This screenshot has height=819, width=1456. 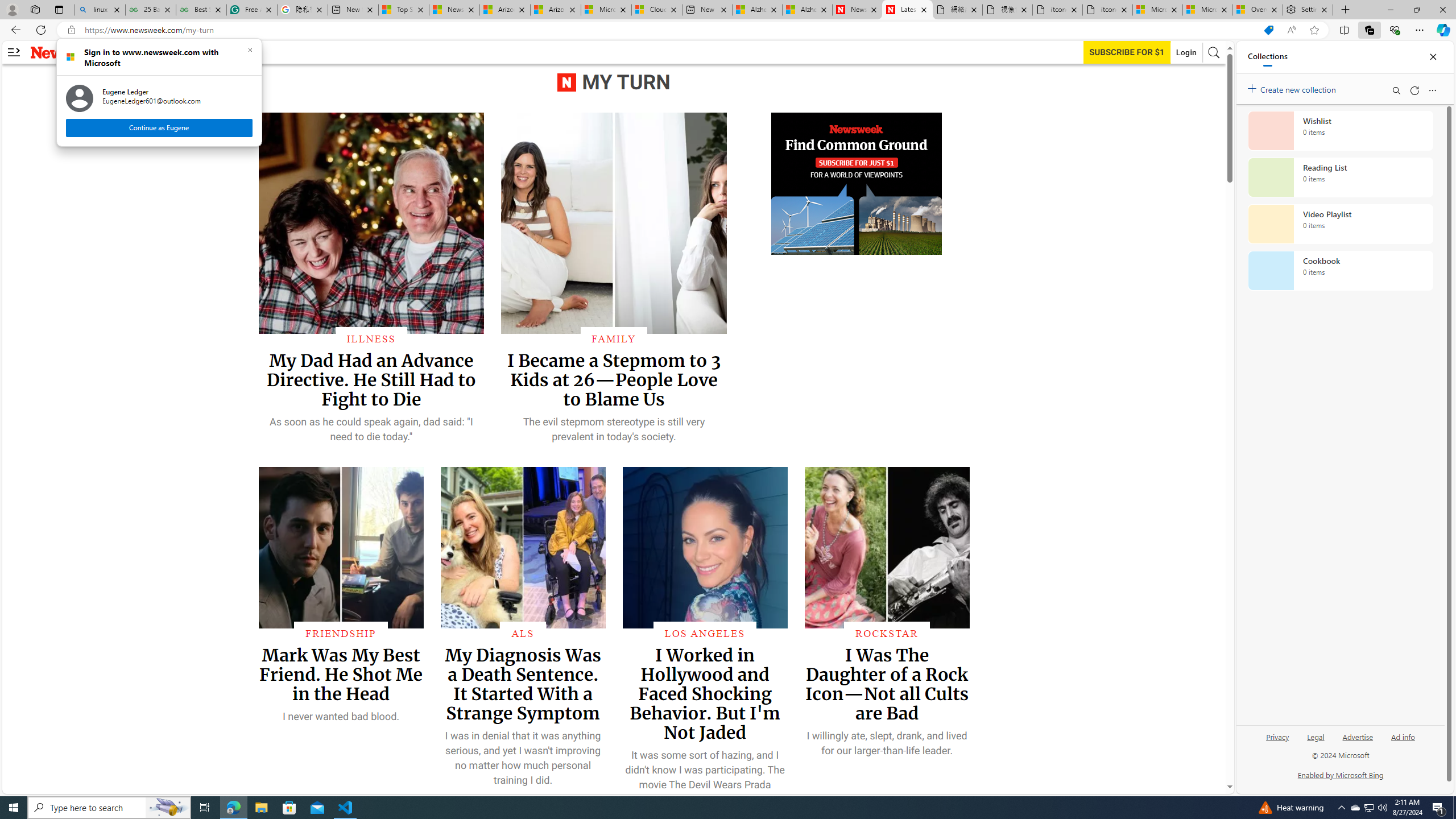 What do you see at coordinates (14, 52) in the screenshot?
I see `'AutomationID: side-arrow'` at bounding box center [14, 52].